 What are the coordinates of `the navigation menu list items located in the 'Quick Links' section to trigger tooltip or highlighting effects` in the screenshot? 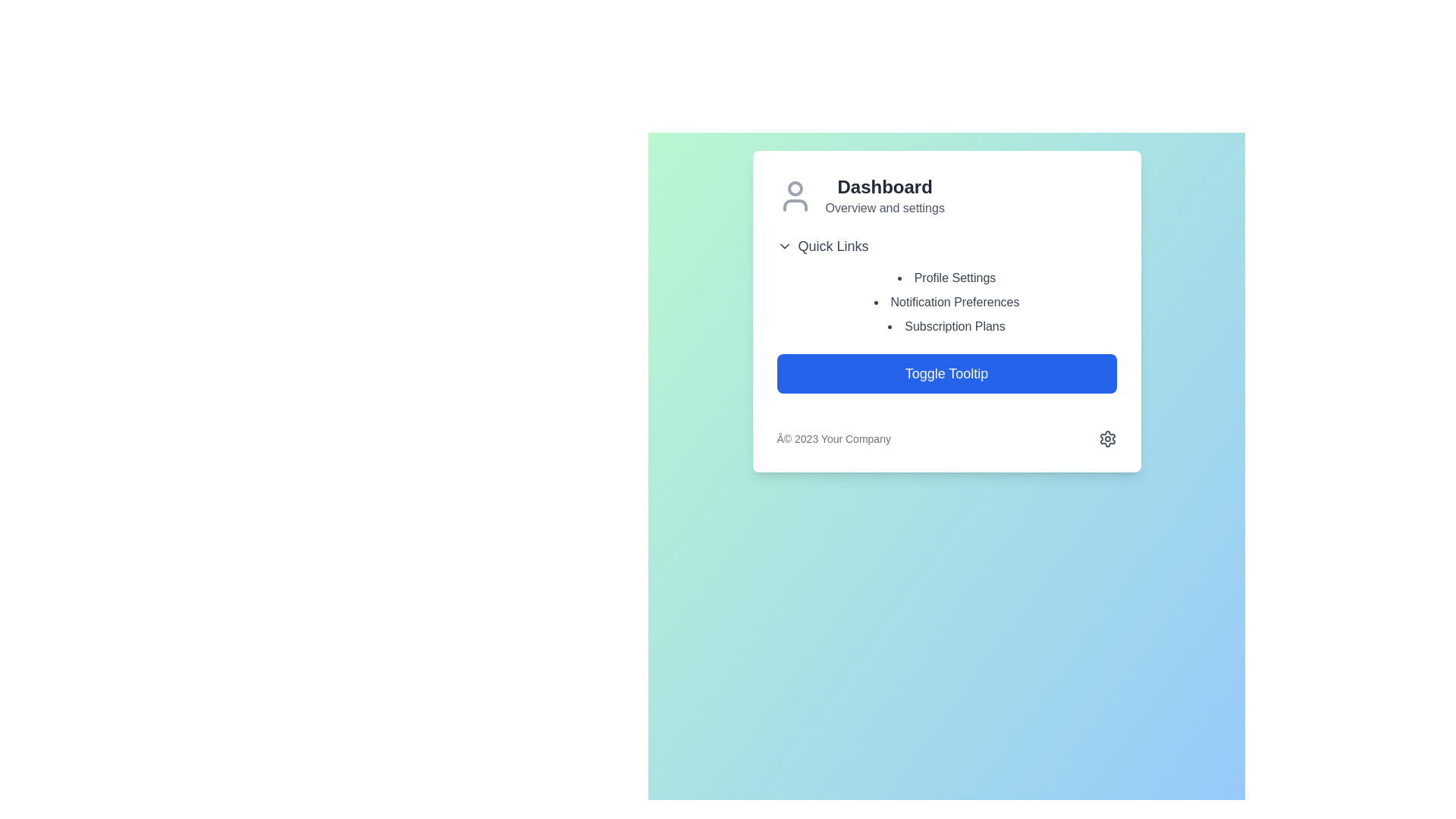 It's located at (946, 302).